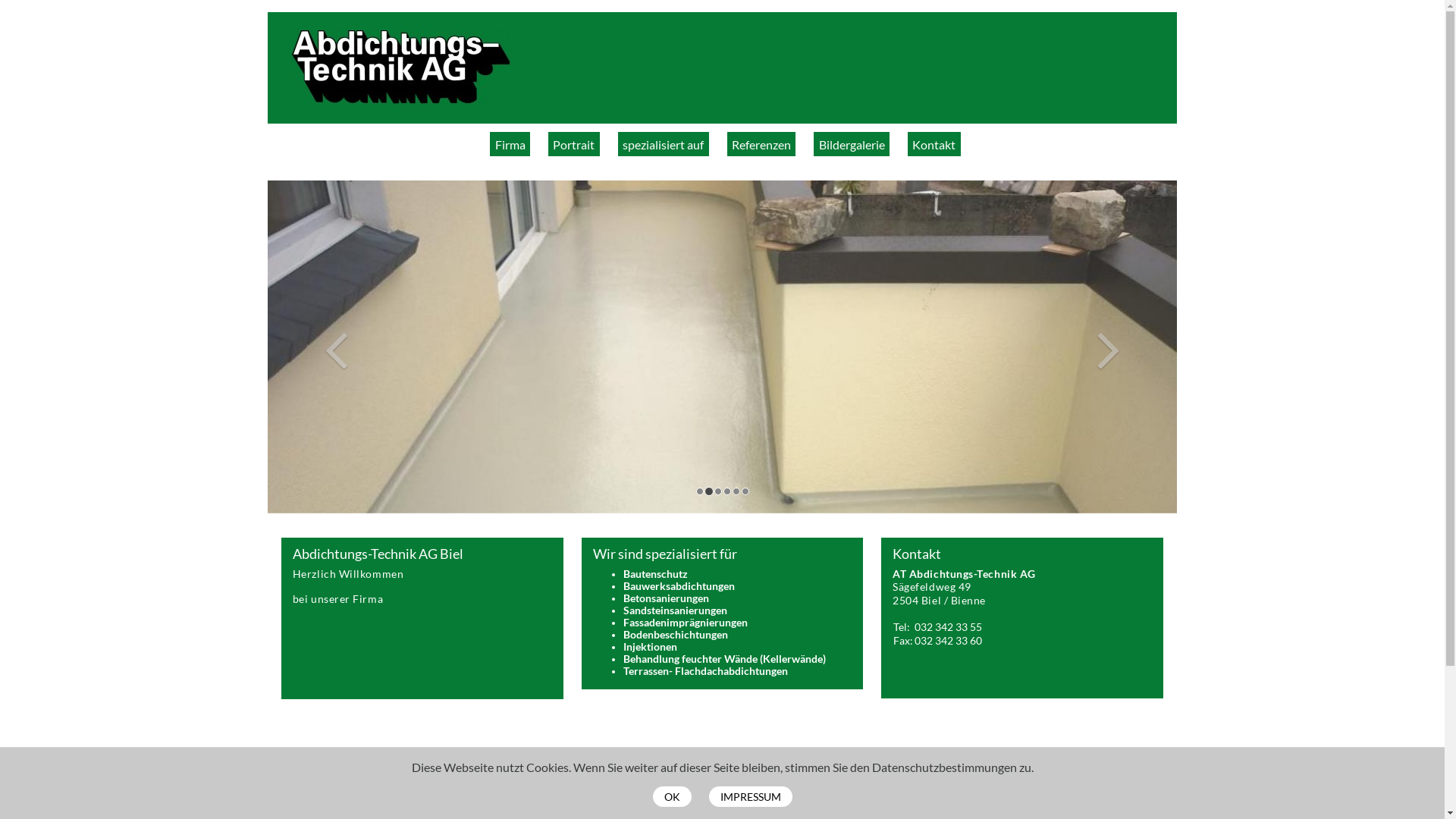 The height and width of the screenshot is (819, 1456). Describe the element at coordinates (334, 347) in the screenshot. I see `'Previous'` at that location.